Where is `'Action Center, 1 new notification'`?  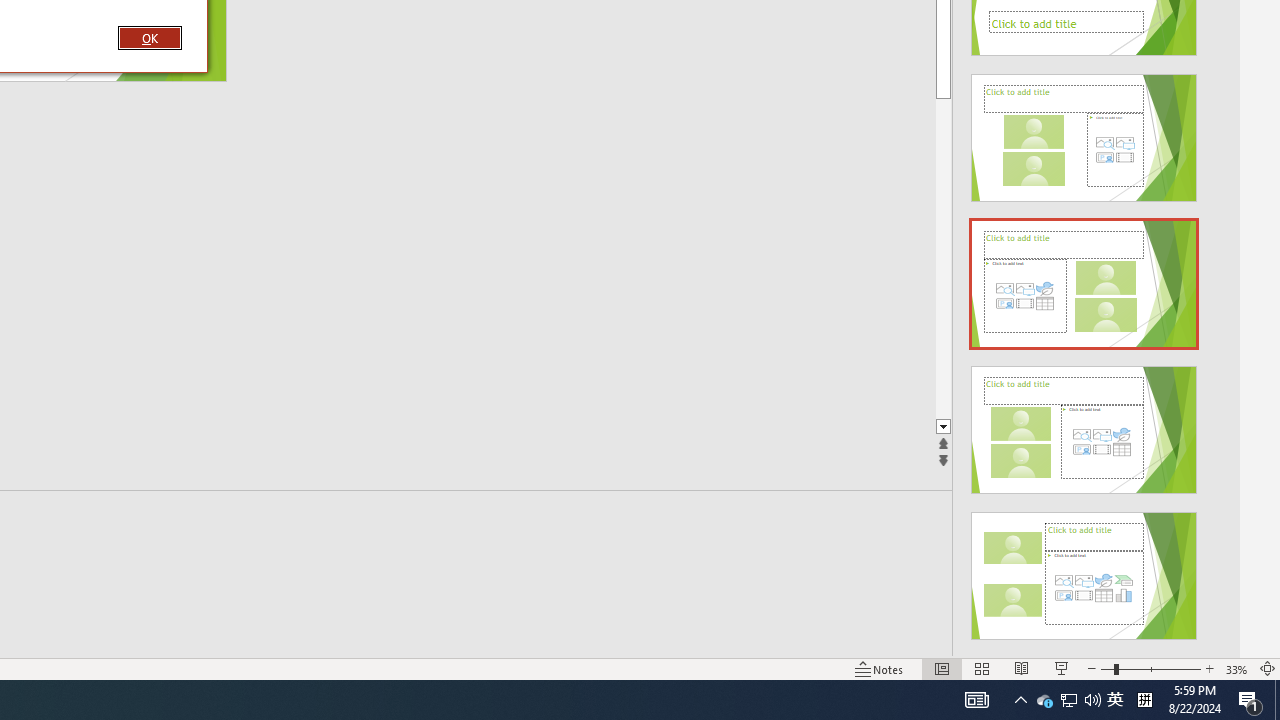 'Action Center, 1 new notification' is located at coordinates (1250, 698).